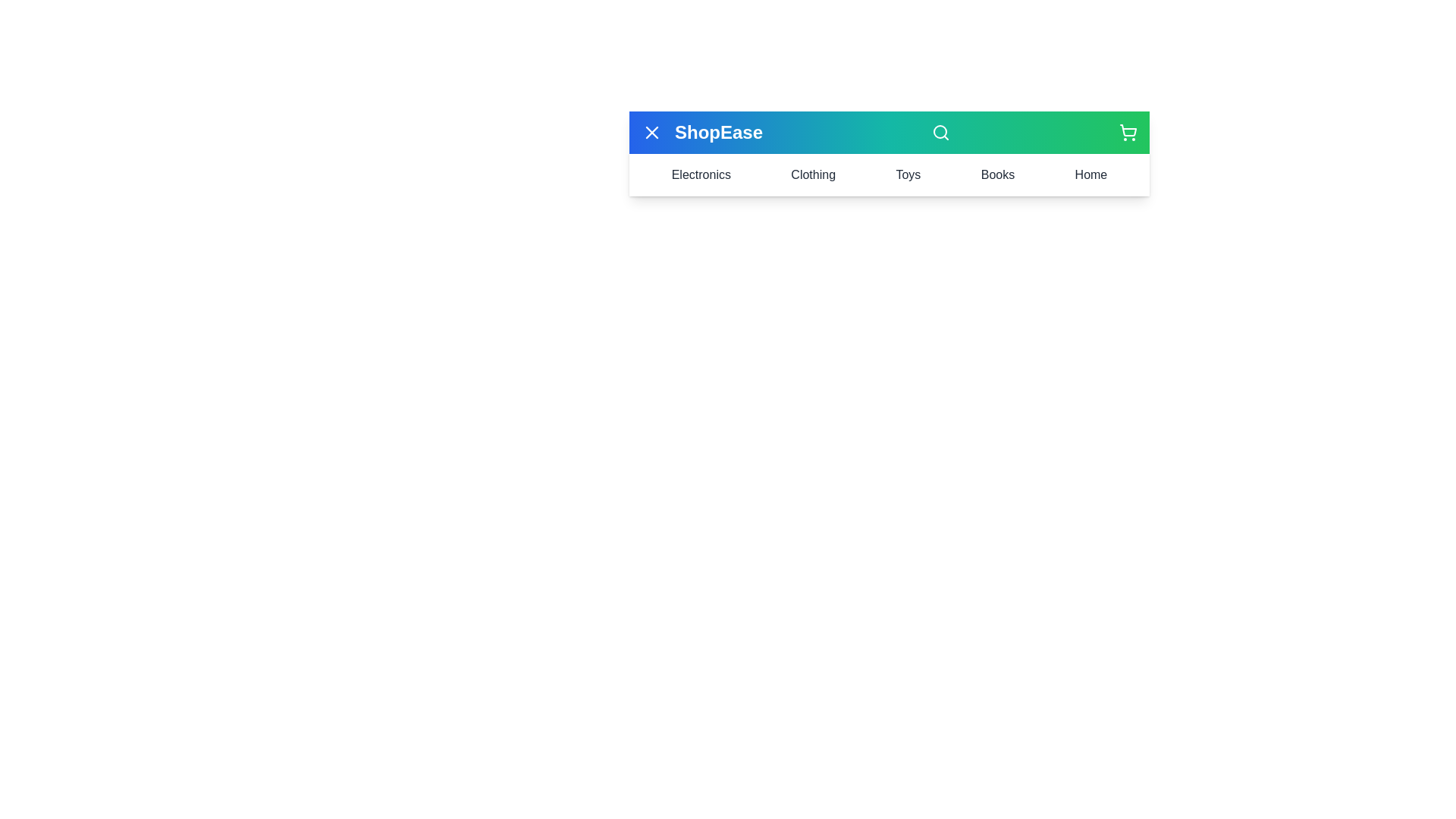 This screenshot has height=819, width=1456. I want to click on the 'ShopEase' text area to examine and read it, so click(718, 131).